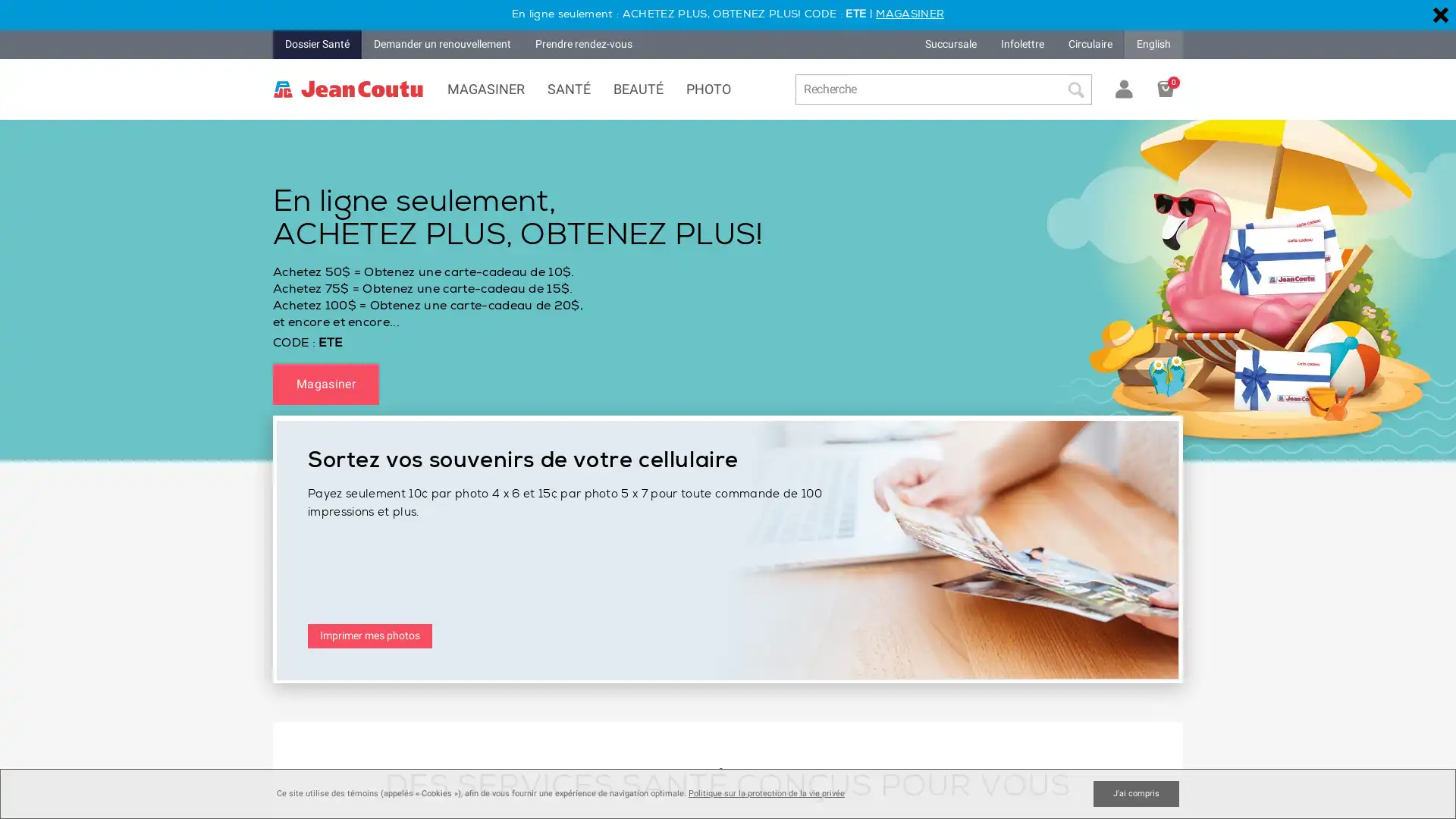 This screenshot has width=1456, height=819. Describe the element at coordinates (325, 383) in the screenshot. I see `Magasiner` at that location.